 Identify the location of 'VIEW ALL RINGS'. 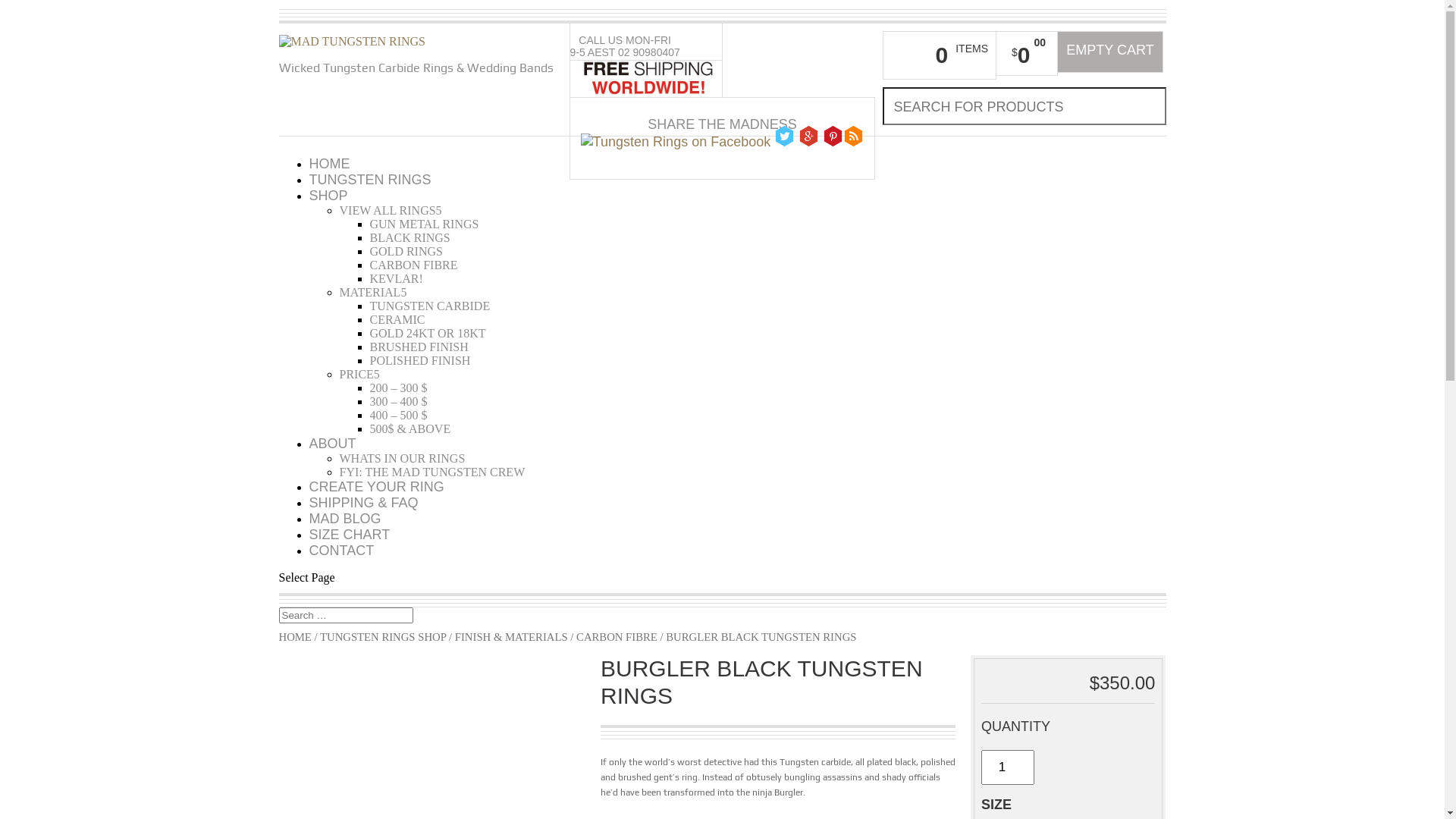
(391, 210).